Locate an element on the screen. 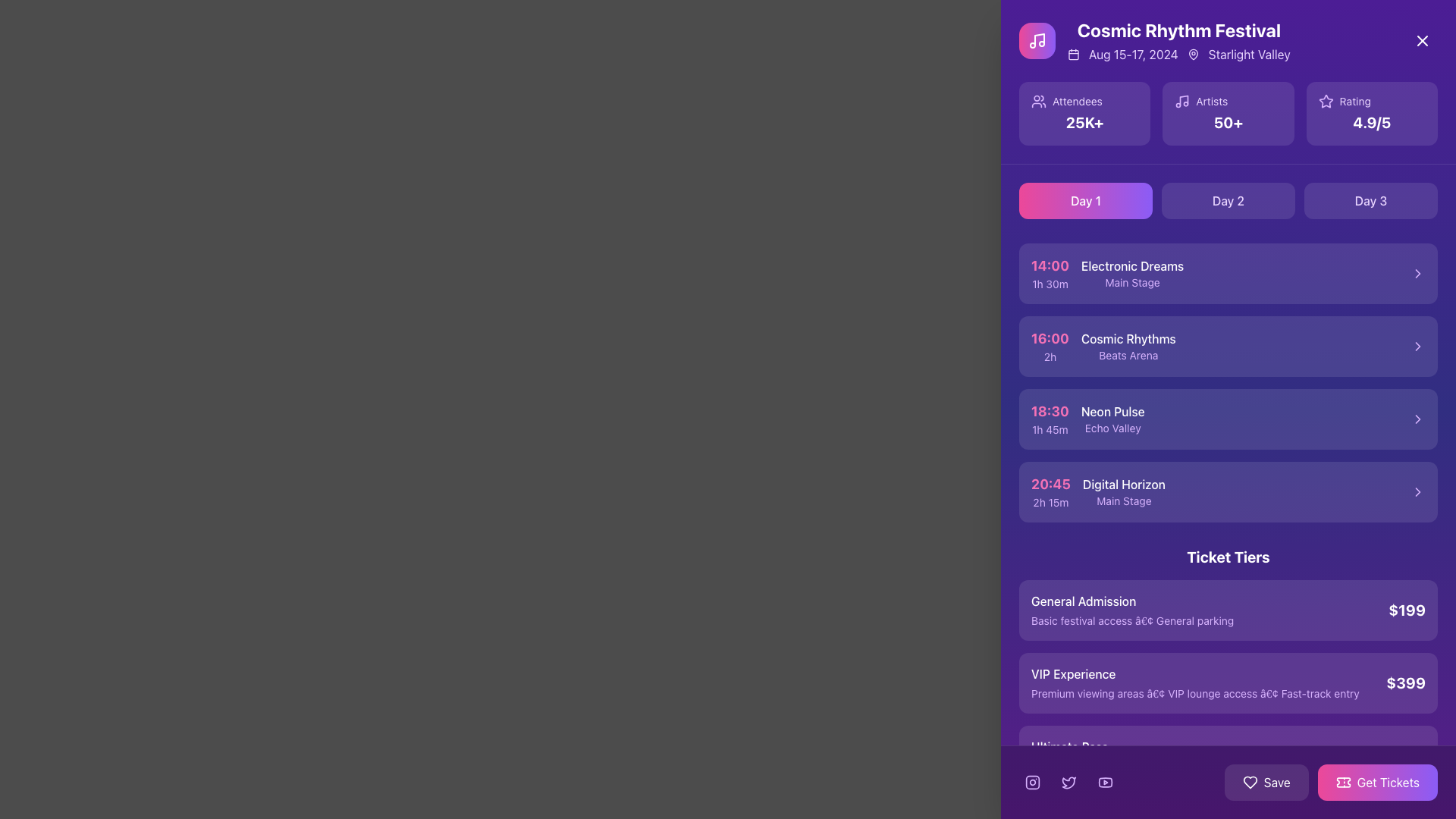 The image size is (1456, 819). the text element displaying 'Starlight Valley' in bold white font on a purple background, which is part of the header section of the event information area is located at coordinates (1249, 54).